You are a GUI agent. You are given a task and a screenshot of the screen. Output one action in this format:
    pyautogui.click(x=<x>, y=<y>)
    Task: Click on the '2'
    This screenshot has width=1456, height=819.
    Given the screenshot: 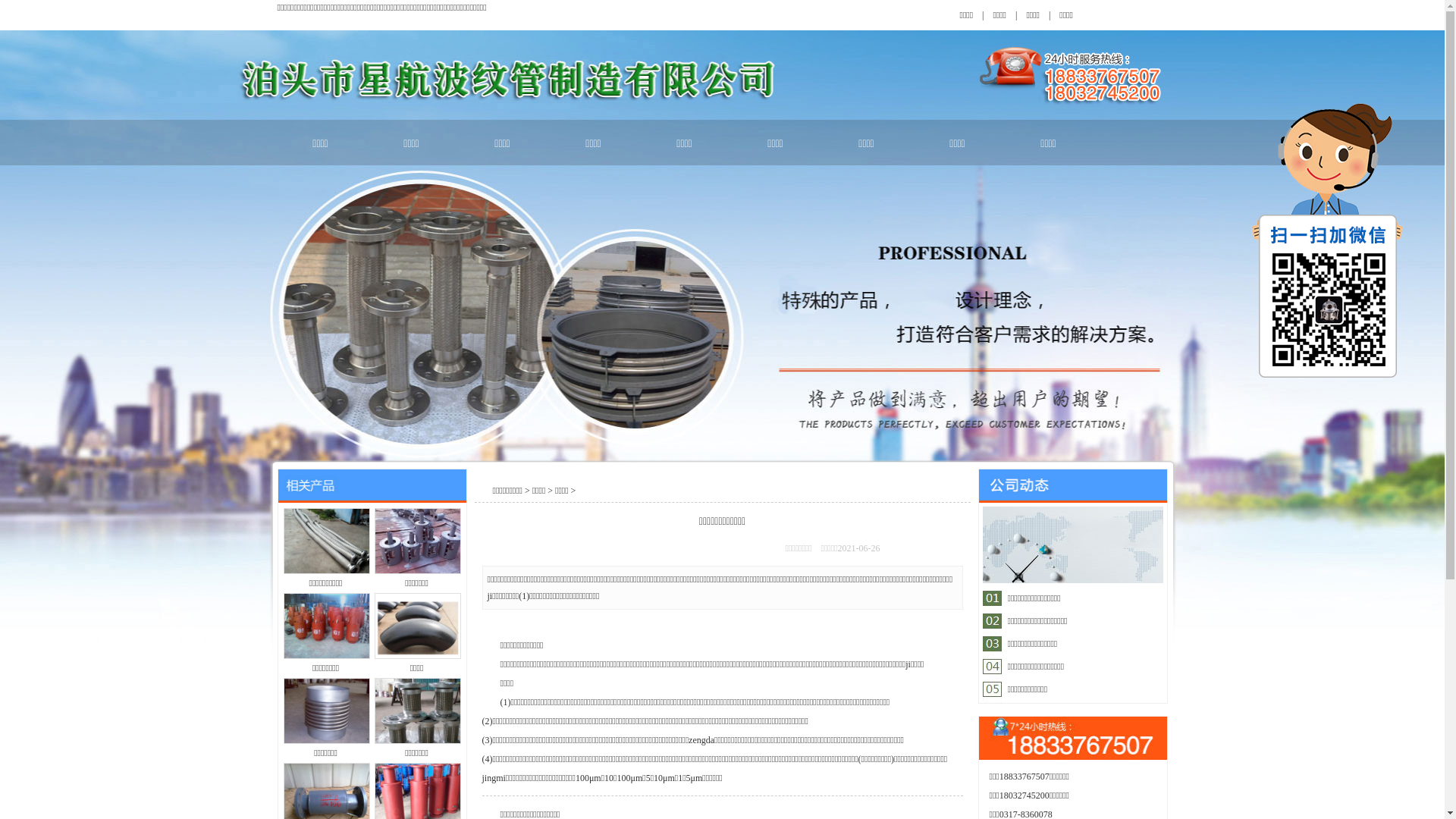 What is the action you would take?
    pyautogui.click(x=1055, y=598)
    